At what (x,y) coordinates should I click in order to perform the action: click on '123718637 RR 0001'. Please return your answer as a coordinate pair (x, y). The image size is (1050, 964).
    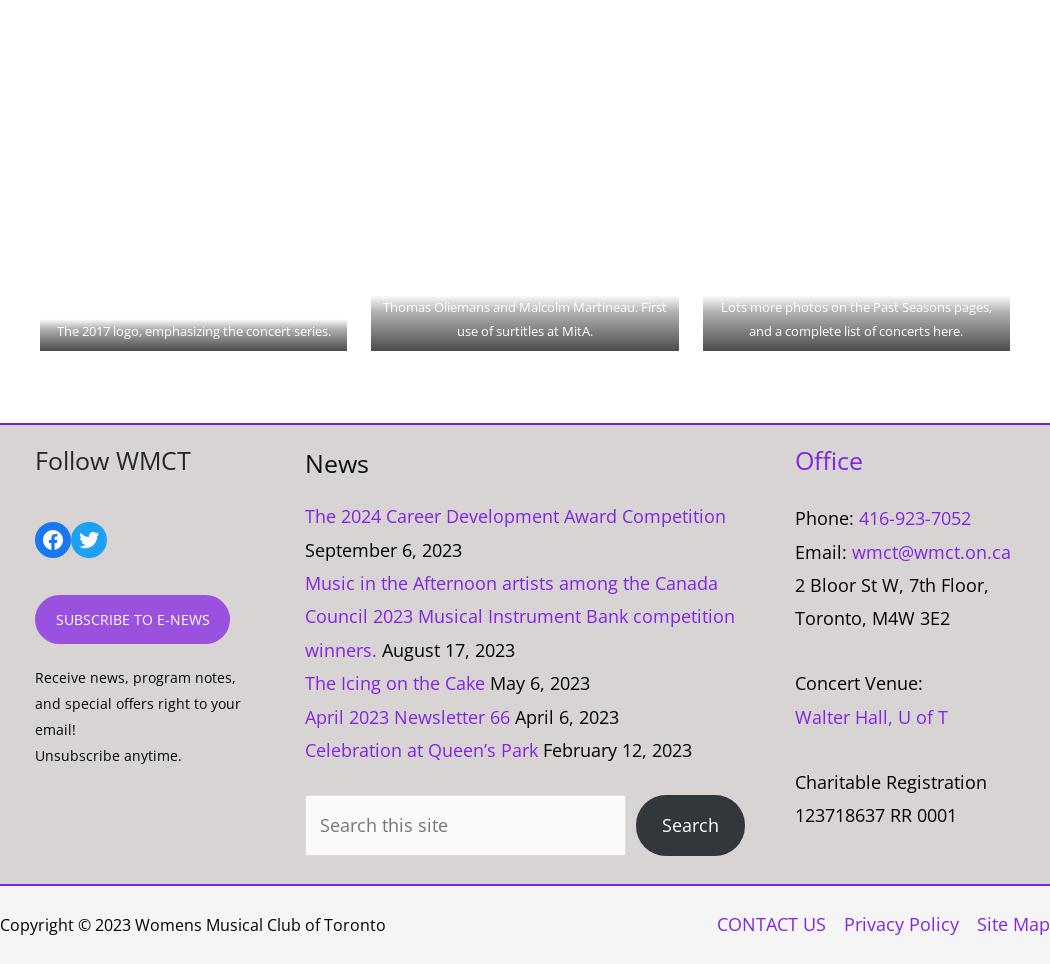
    Looking at the image, I should click on (875, 813).